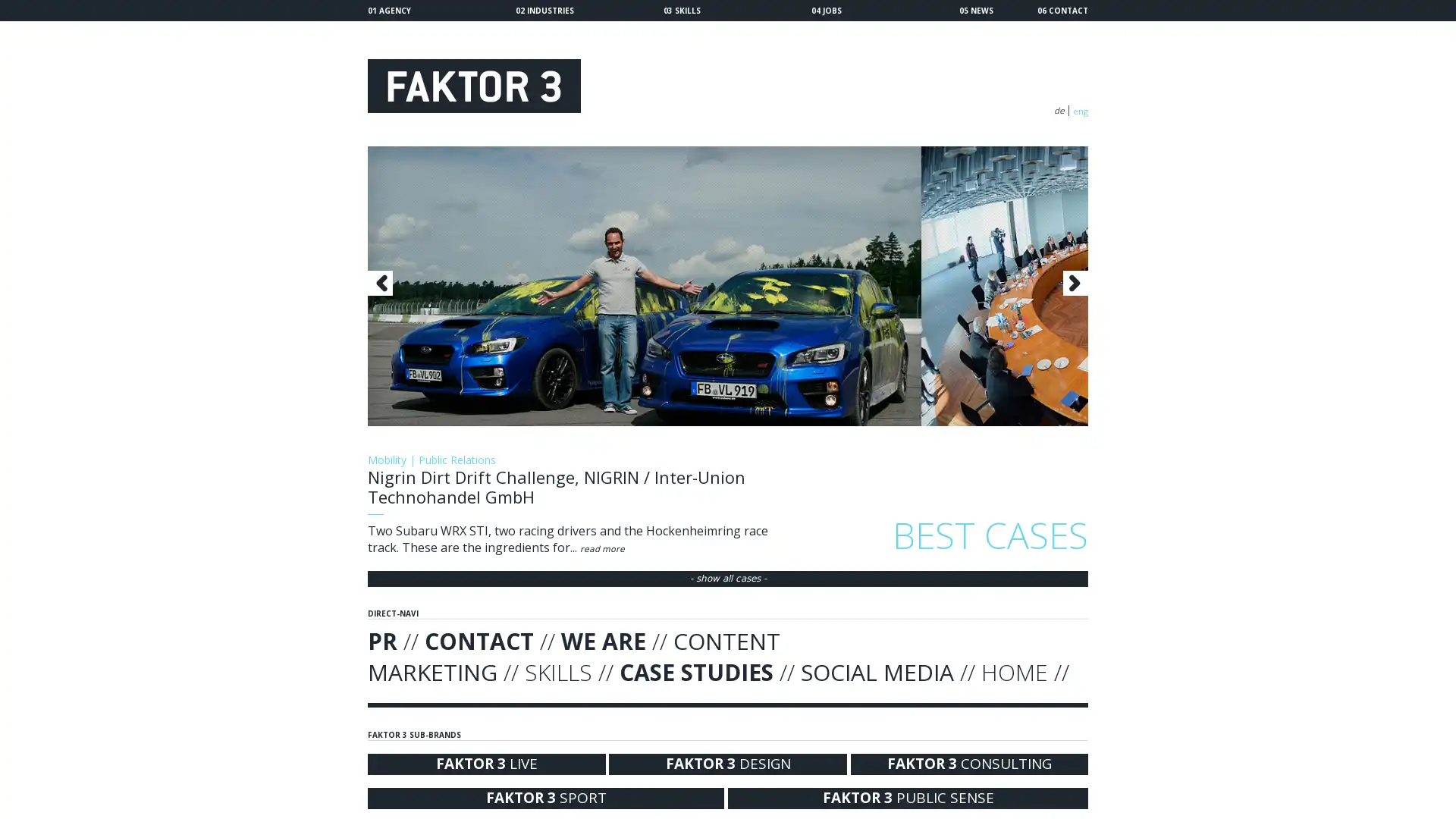 This screenshot has height=819, width=1456. Describe the element at coordinates (825, 11) in the screenshot. I see `04 JOBS` at that location.